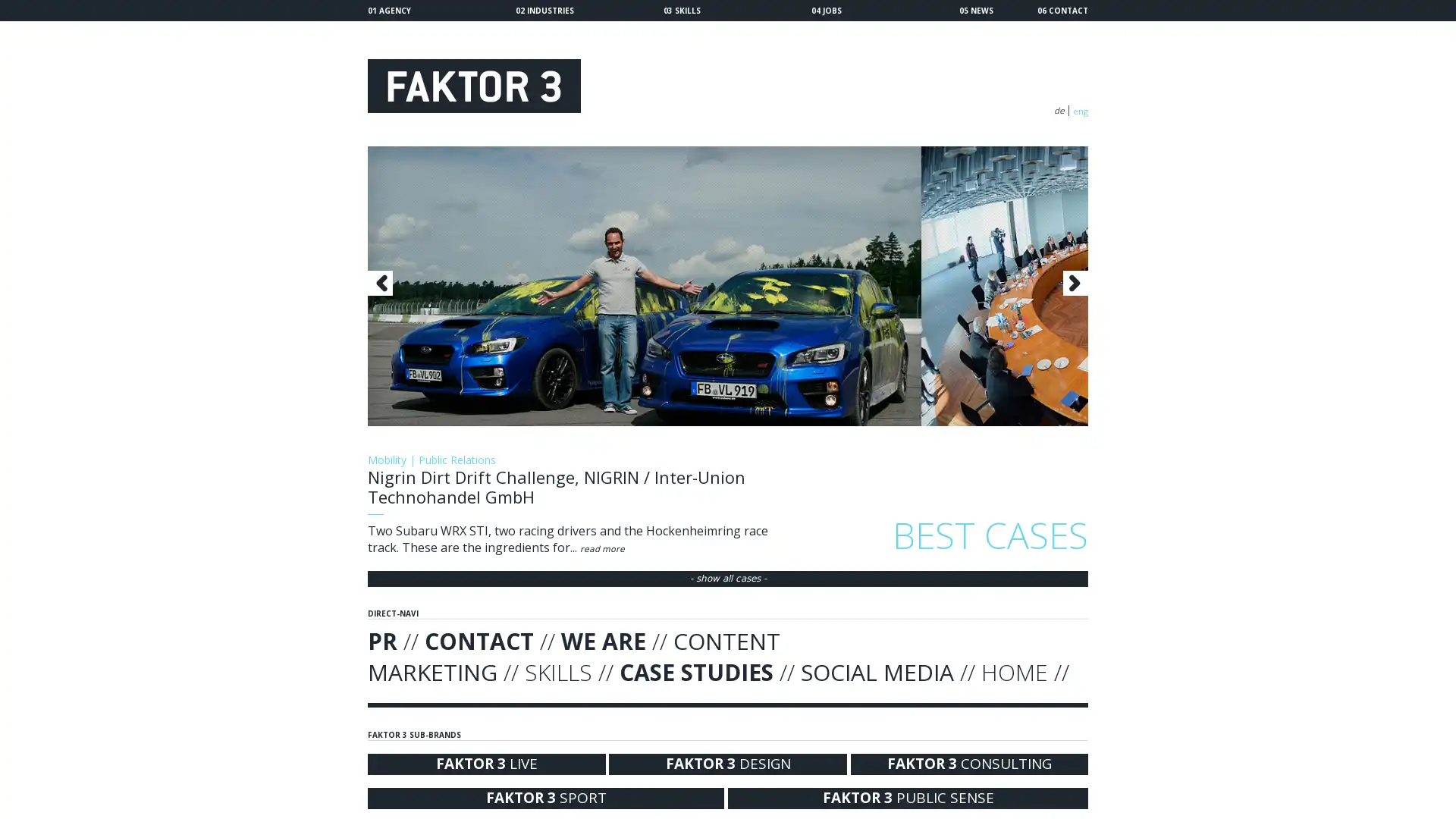 This screenshot has height=819, width=1456. Describe the element at coordinates (825, 11) in the screenshot. I see `04 JOBS` at that location.